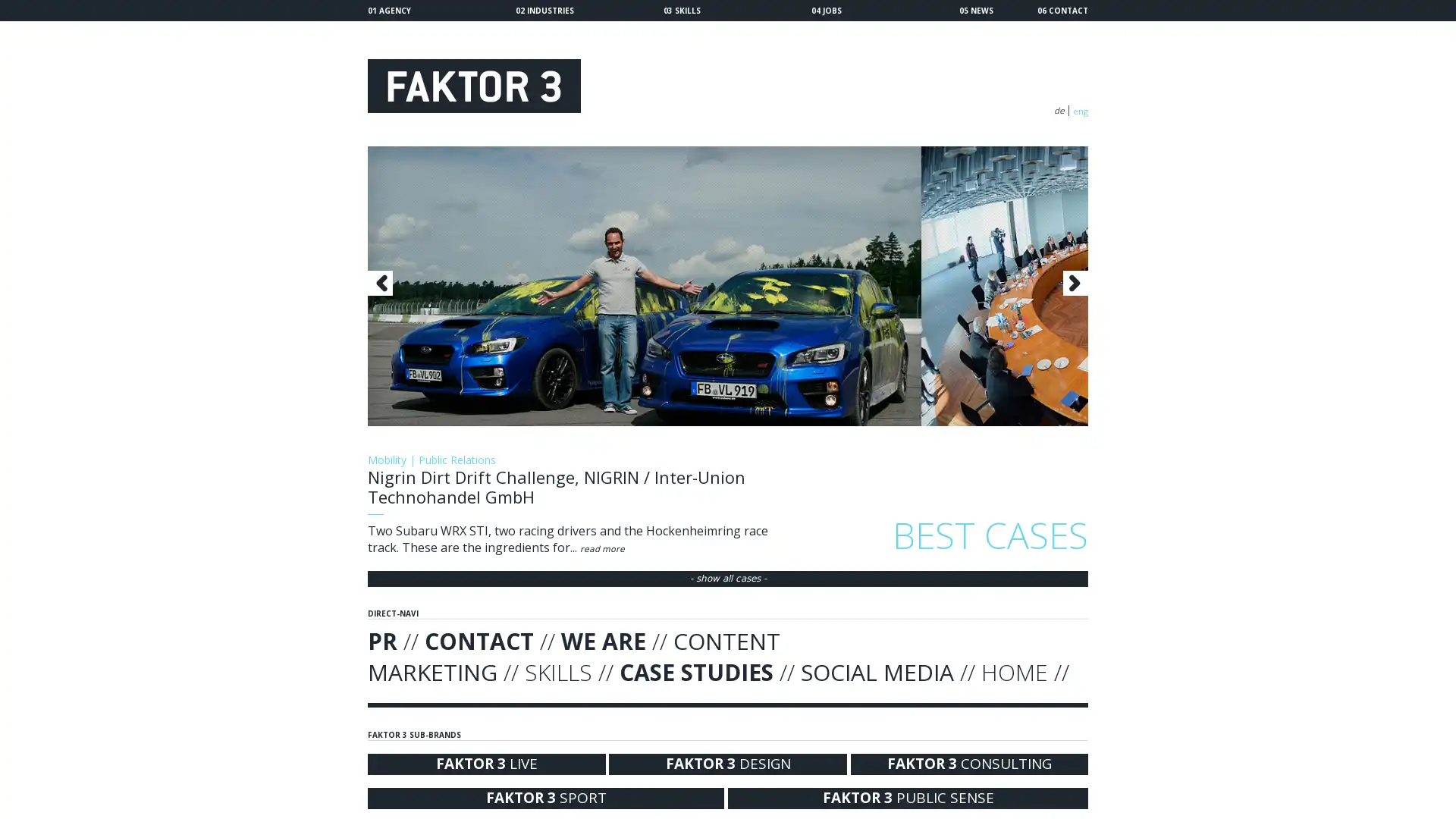 This screenshot has height=819, width=1456. Describe the element at coordinates (825, 11) in the screenshot. I see `04 JOBS` at that location.